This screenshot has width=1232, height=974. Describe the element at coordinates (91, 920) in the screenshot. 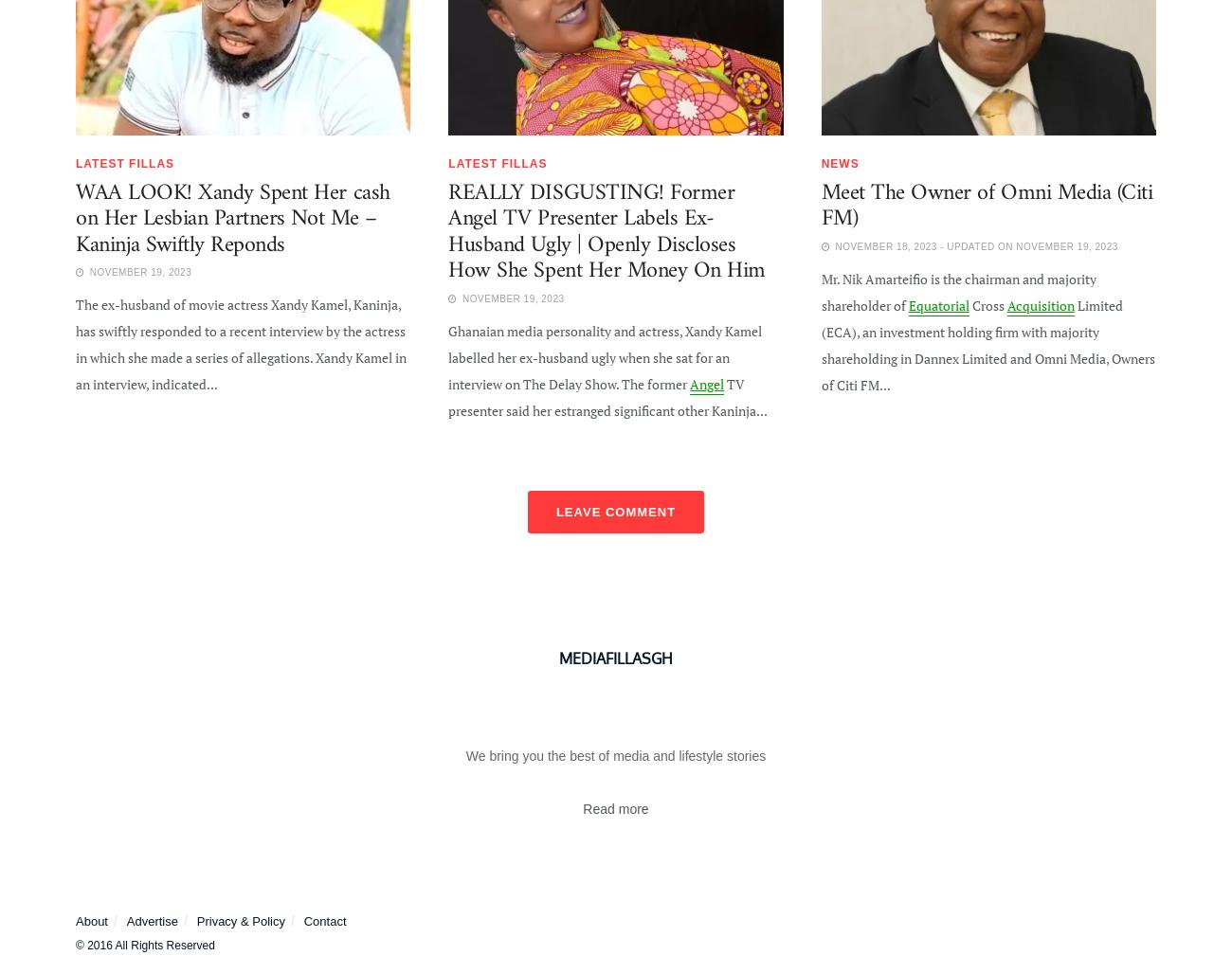

I see `'About'` at that location.